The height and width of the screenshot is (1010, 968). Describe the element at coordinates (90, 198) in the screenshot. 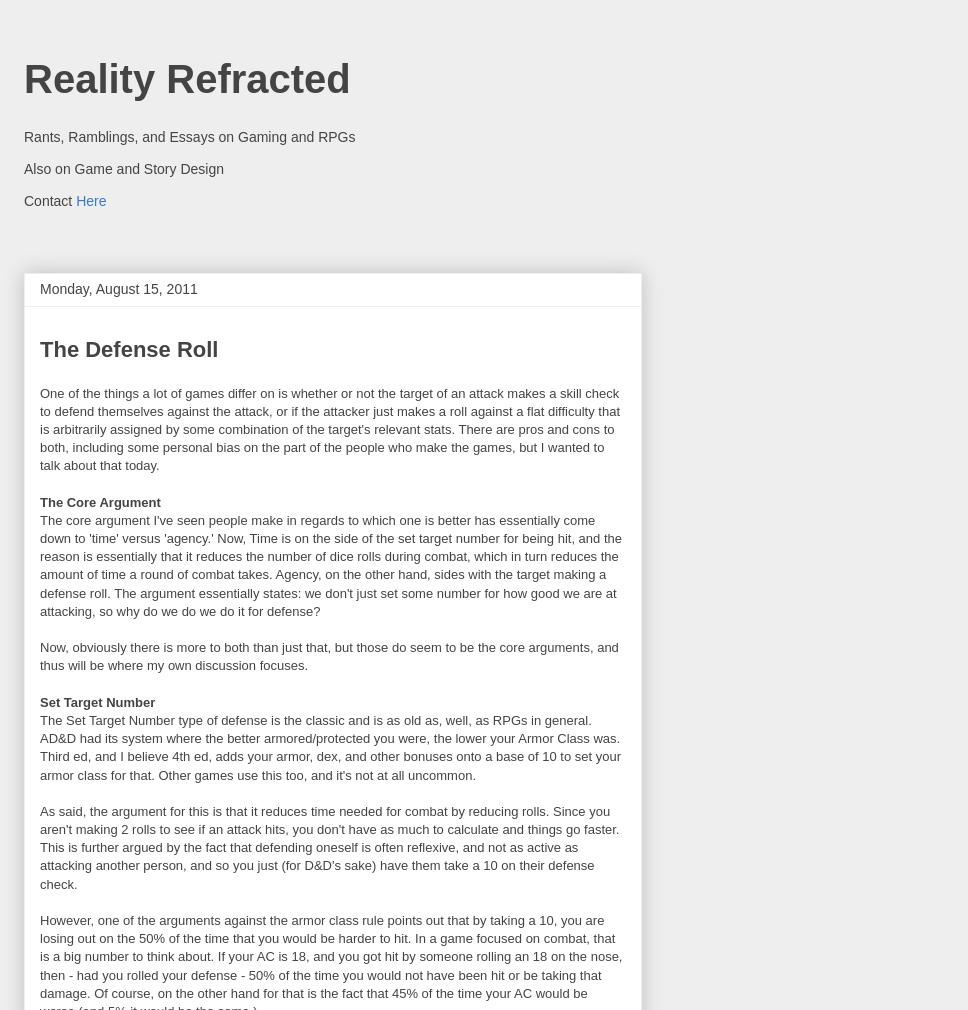

I see `'Here'` at that location.